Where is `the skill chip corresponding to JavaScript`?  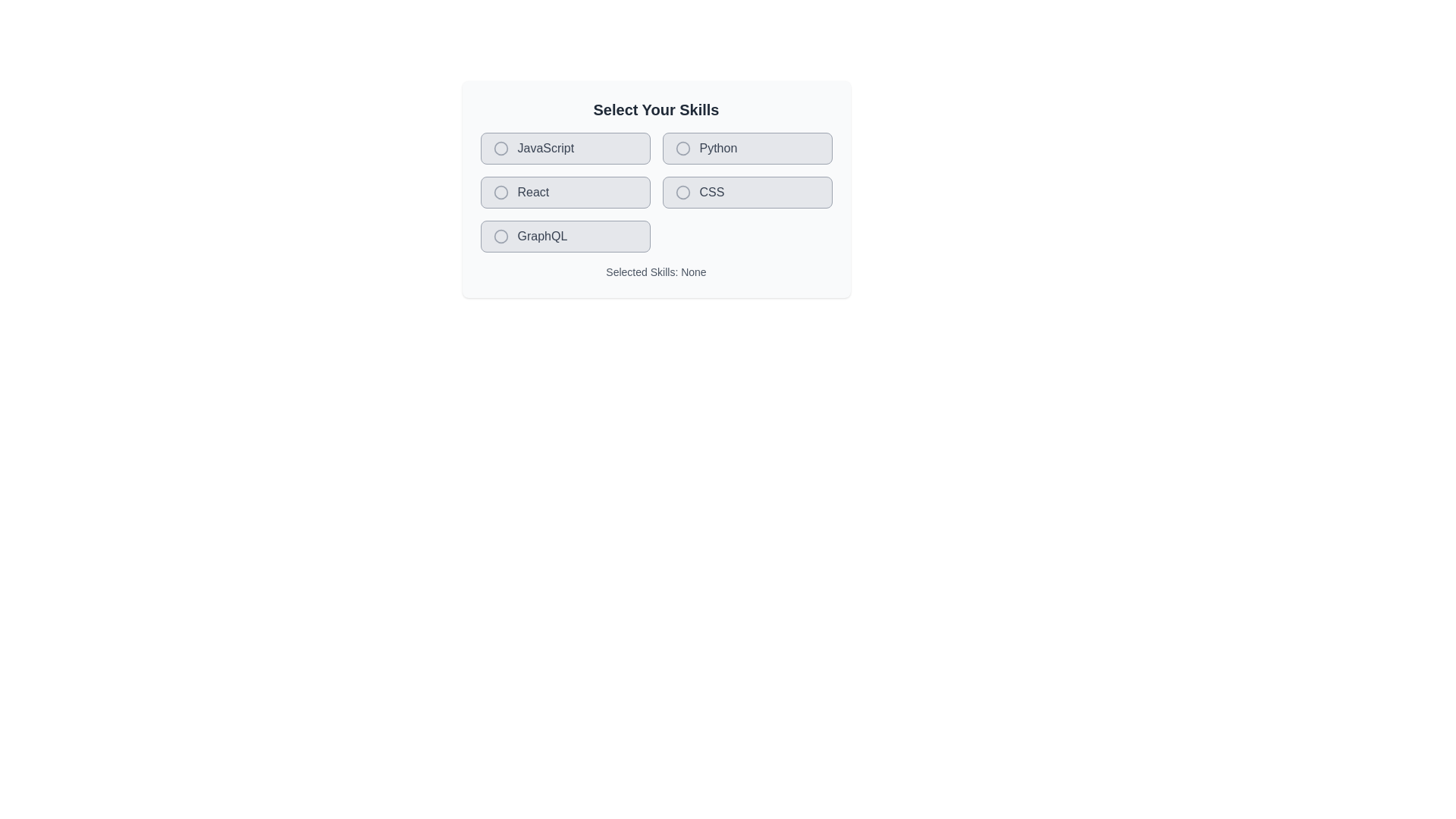
the skill chip corresponding to JavaScript is located at coordinates (564, 149).